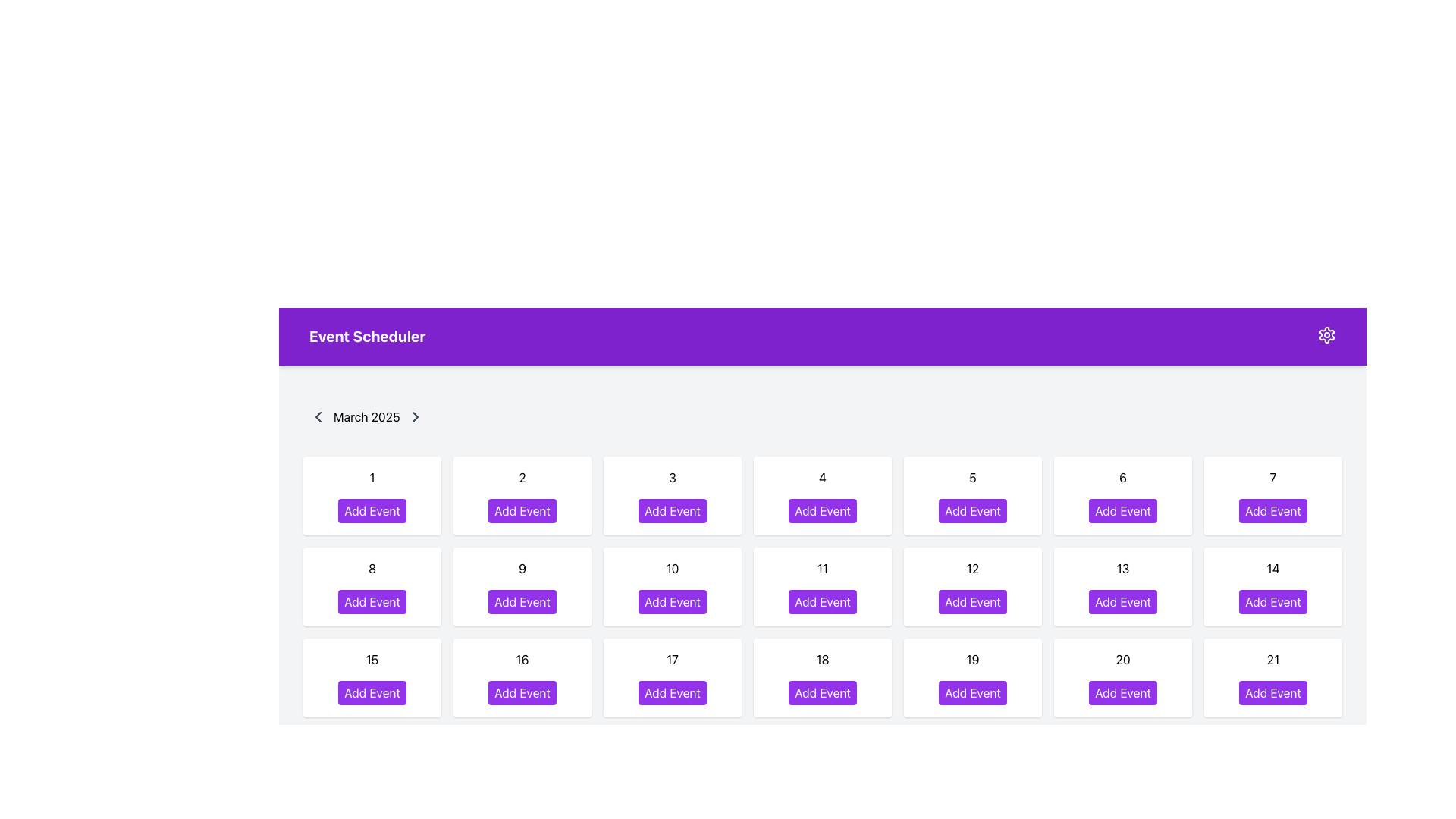 The image size is (1456, 819). What do you see at coordinates (1123, 693) in the screenshot?
I see `the 'Add Event' button with a purple background located in the bottom-center of the date card for the date '20'` at bounding box center [1123, 693].